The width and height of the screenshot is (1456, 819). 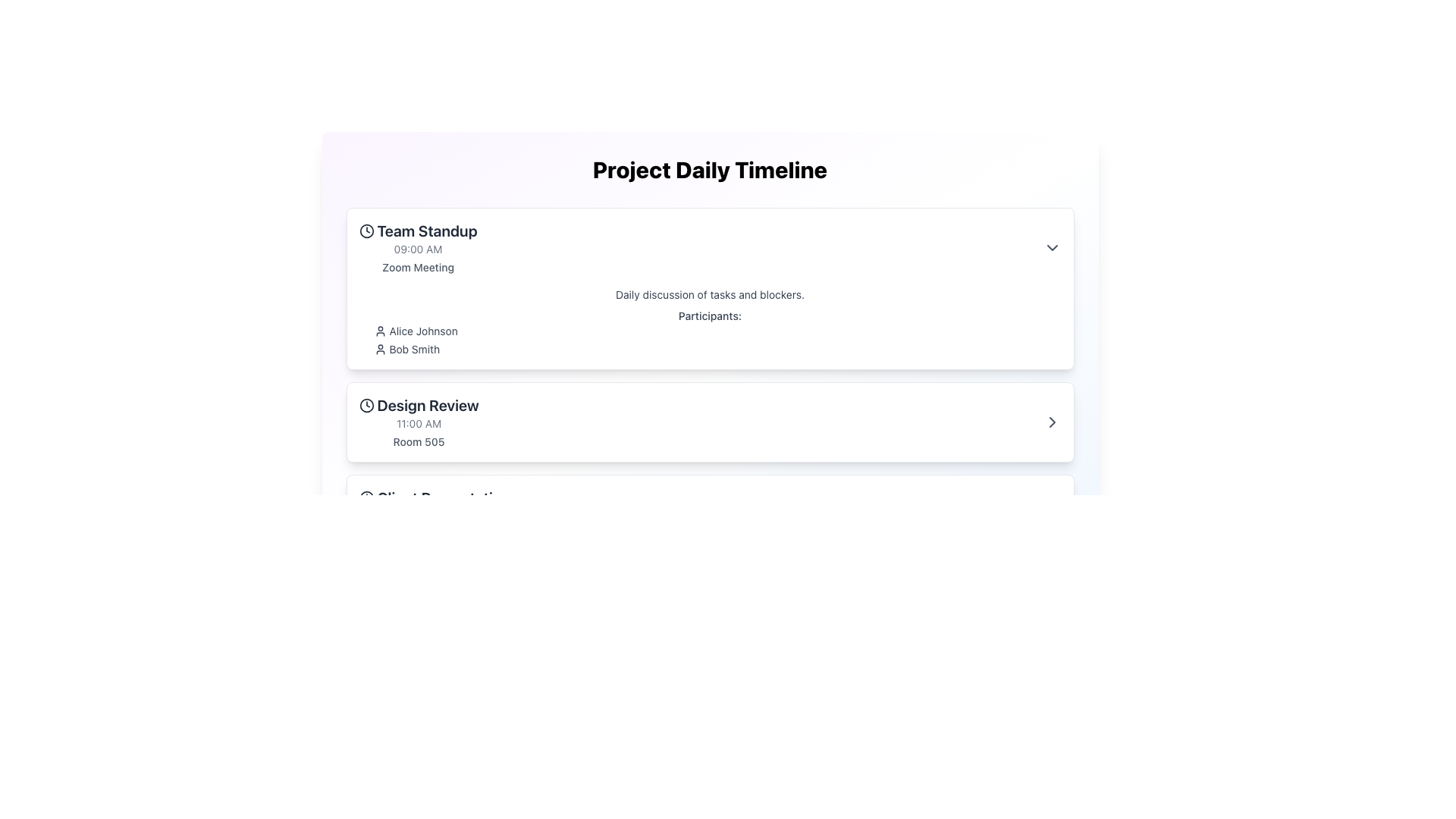 I want to click on the decorative clock icon located to the left of the 'Team Standup' text in the header section of the meeting details card, so click(x=366, y=231).